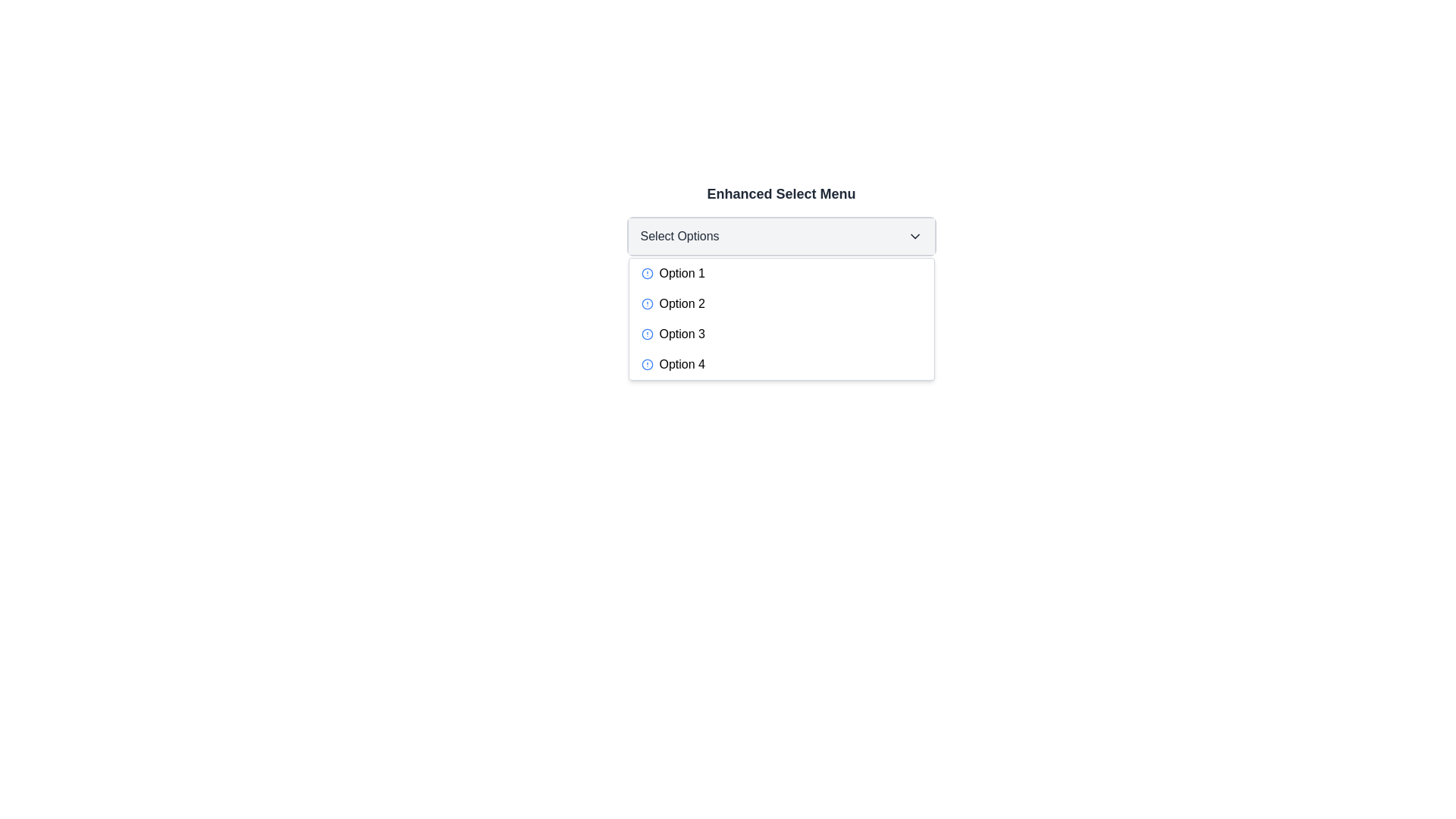 This screenshot has width=1456, height=819. What do you see at coordinates (672, 365) in the screenshot?
I see `the 'Option 4' dropdown menu item, which consists of a blue circular icon with a white exclamation mark and the text 'Option 4'` at bounding box center [672, 365].